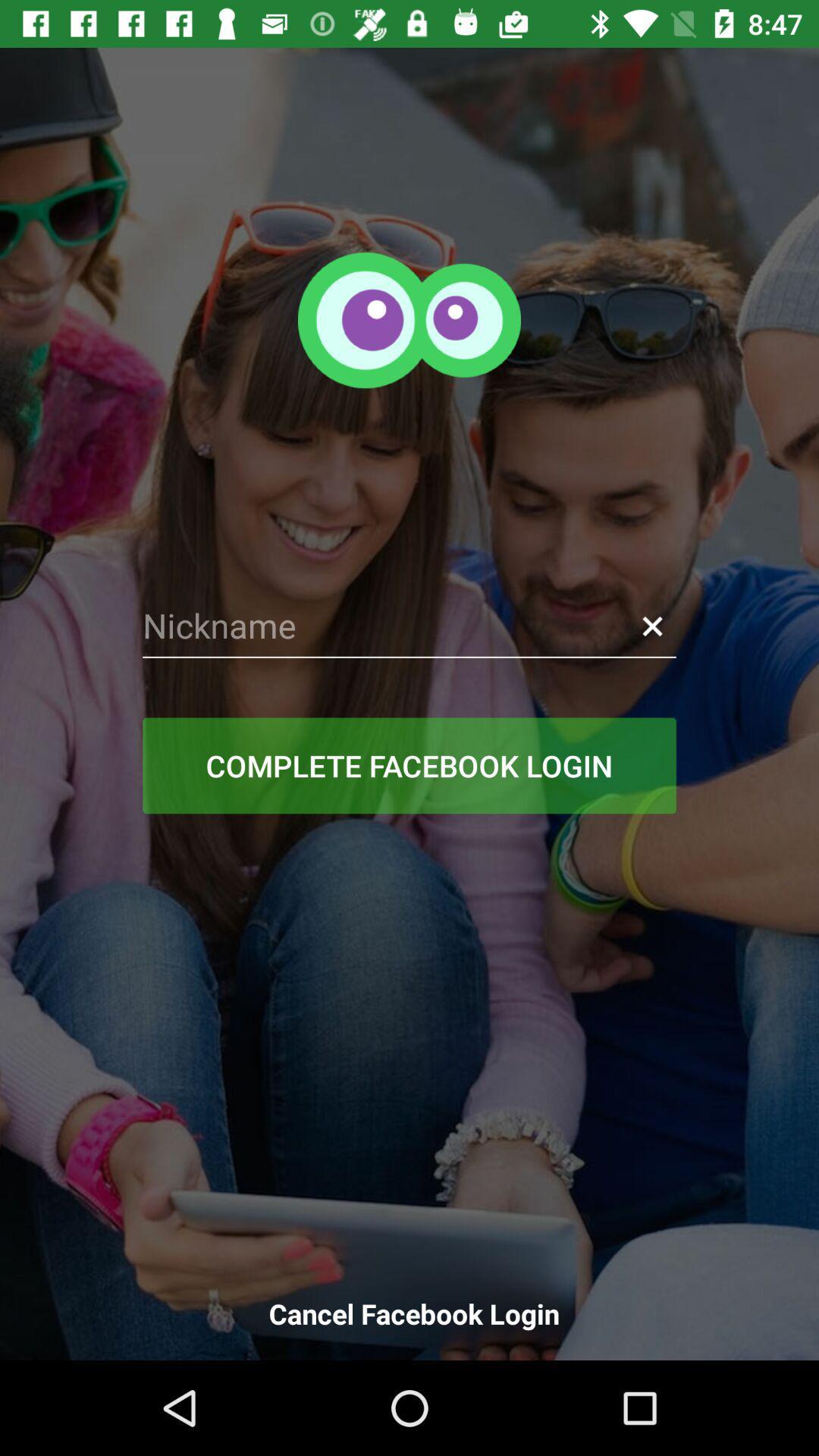  I want to click on the close icon, so click(651, 626).